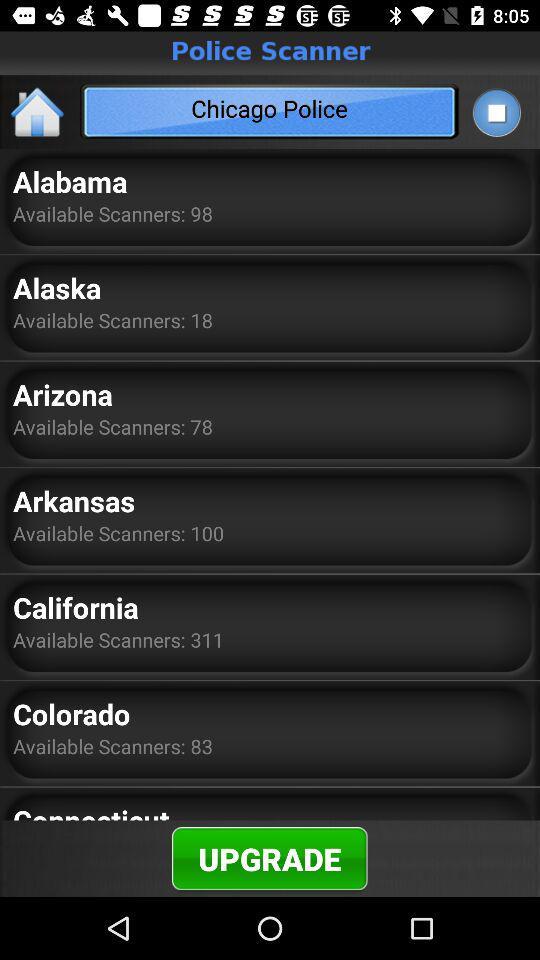  I want to click on the icon at the top right corner of the house, so click(495, 112).